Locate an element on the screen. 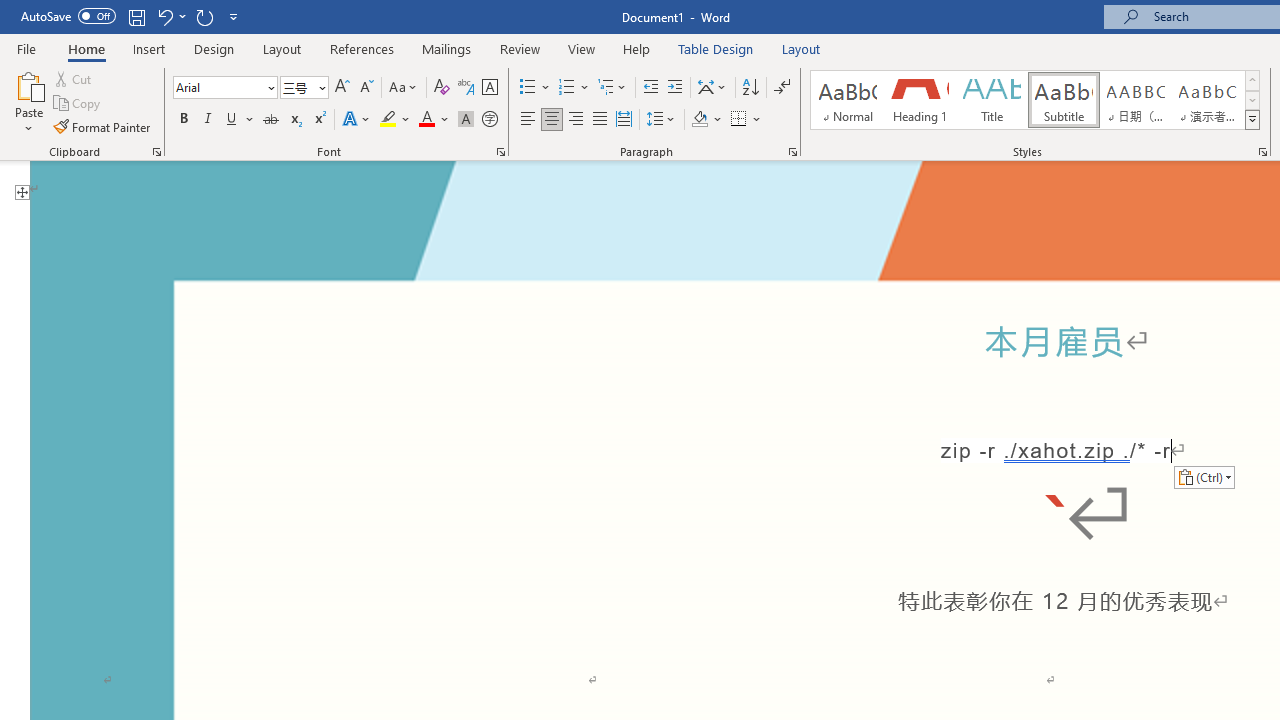 Image resolution: width=1280 pixels, height=720 pixels. 'Styles...' is located at coordinates (1261, 150).